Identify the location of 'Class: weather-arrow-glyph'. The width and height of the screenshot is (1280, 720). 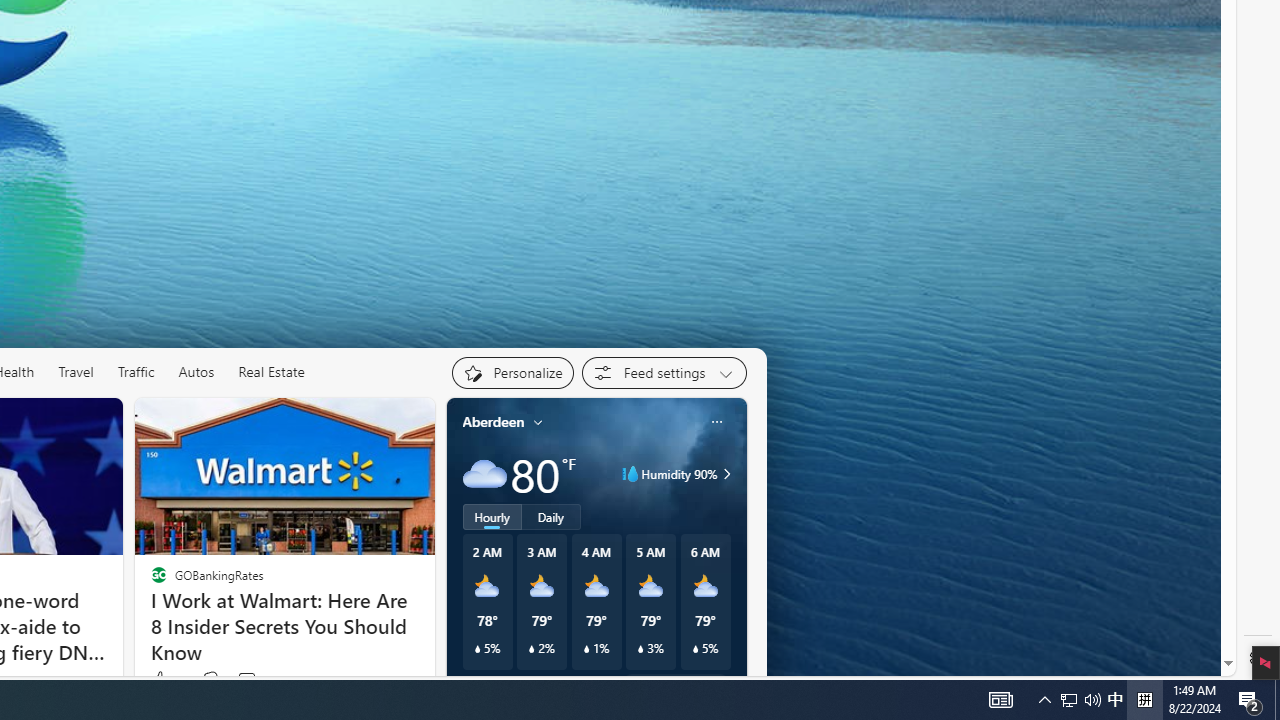
(726, 474).